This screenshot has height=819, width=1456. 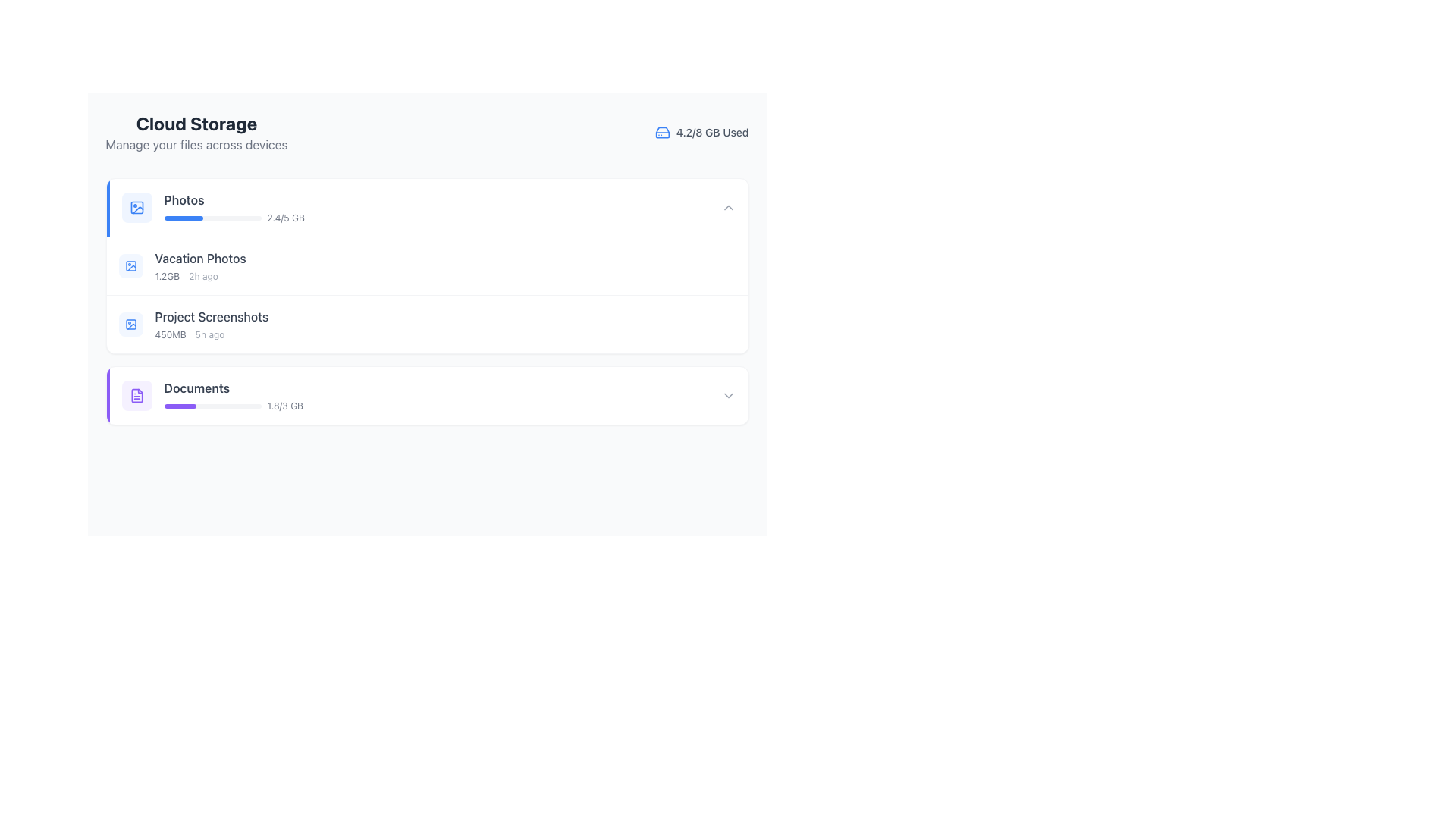 I want to click on the leftmost segment of the progress bar indicating the percentage of storage used for 'Photos' in the Cloud Storage interface, so click(x=183, y=218).